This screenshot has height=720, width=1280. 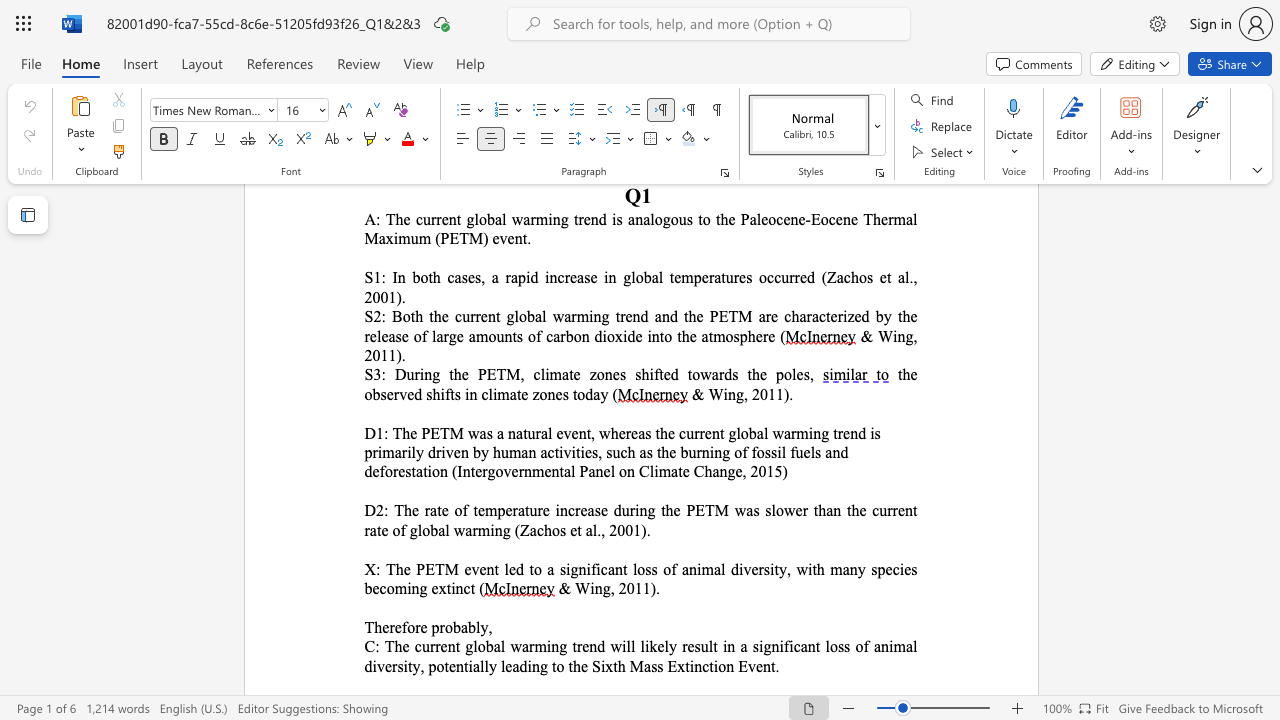 I want to click on the subset text "ratures occurred (" within the text "S1: In both cases, a rapid increase in global temperatures occurred (Zachos et al., 2001).", so click(x=708, y=277).